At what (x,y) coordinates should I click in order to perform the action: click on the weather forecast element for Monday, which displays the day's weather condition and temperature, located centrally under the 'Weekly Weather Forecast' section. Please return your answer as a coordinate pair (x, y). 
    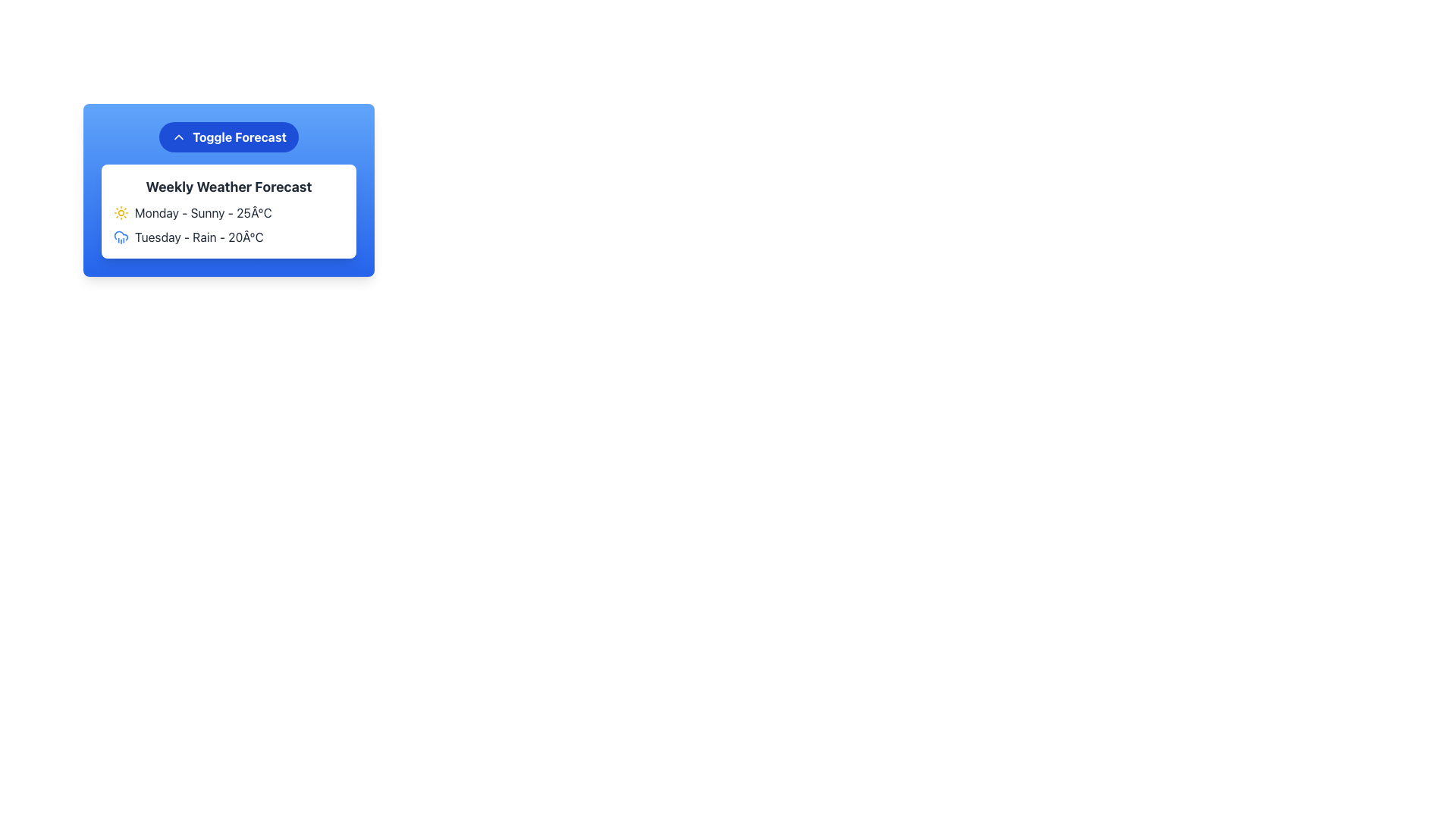
    Looking at the image, I should click on (228, 213).